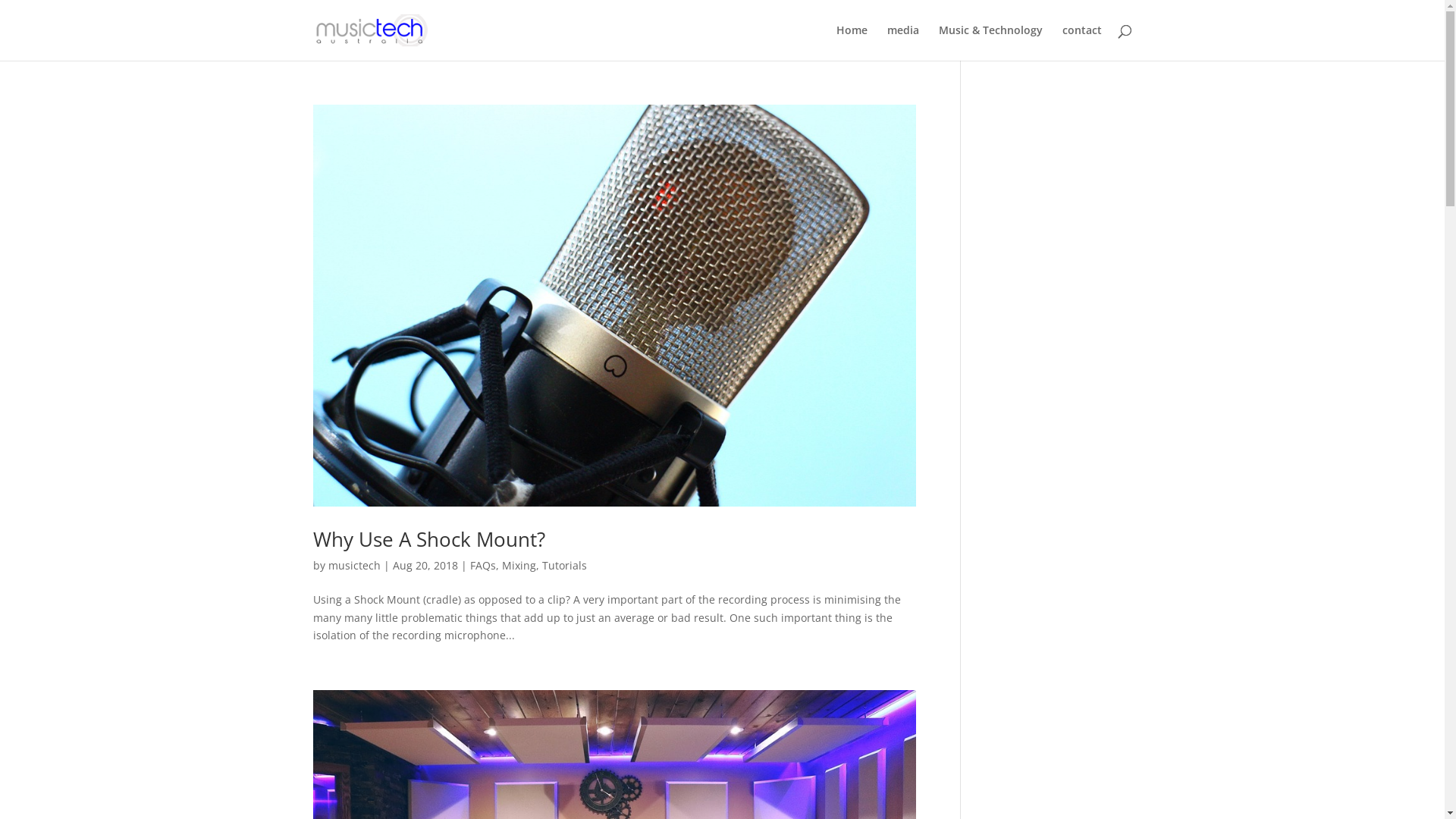  Describe the element at coordinates (1080, 42) in the screenshot. I see `'contact'` at that location.